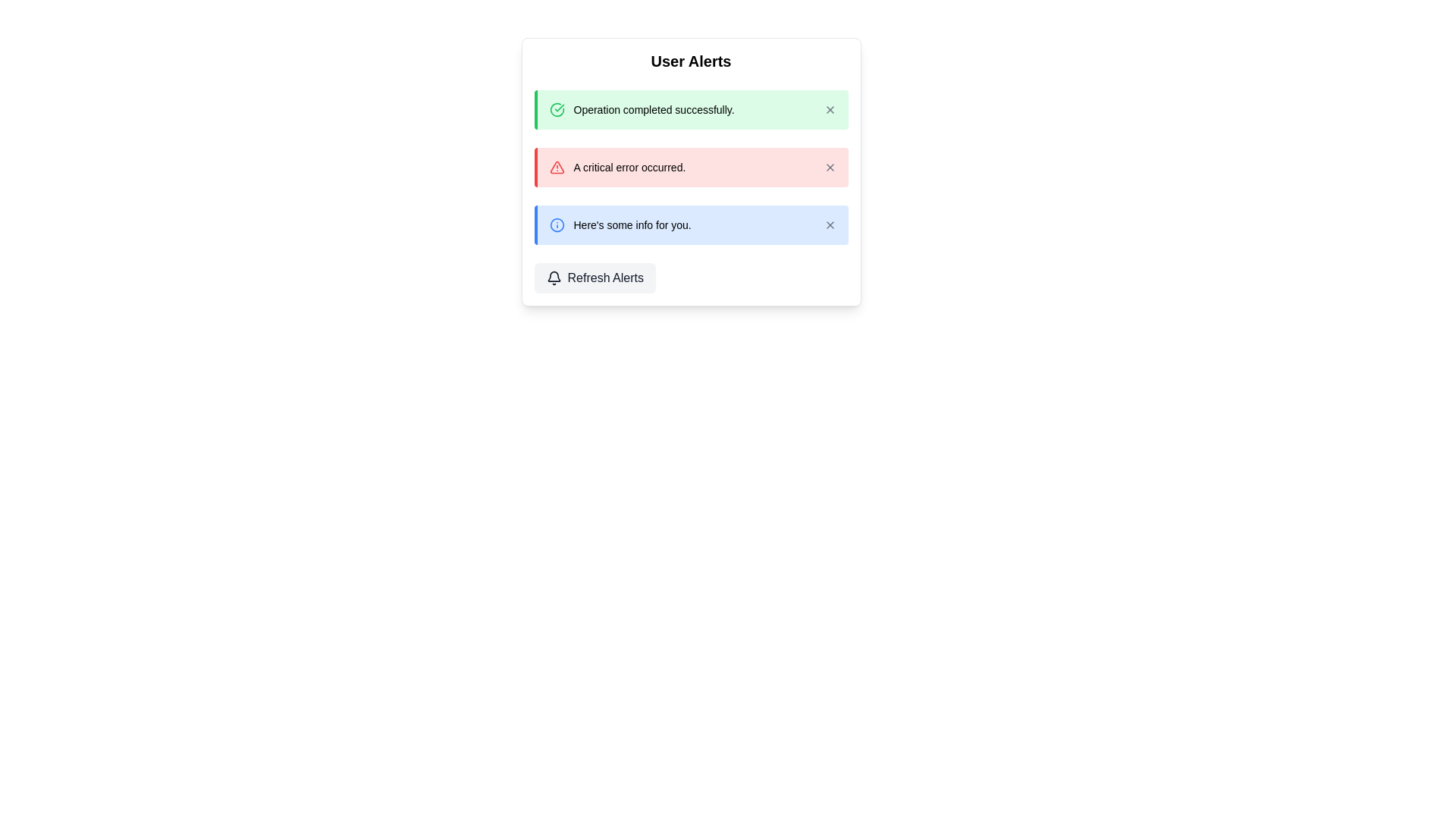 The image size is (1456, 819). Describe the element at coordinates (632, 225) in the screenshot. I see `the informational Text Label located in the third entry of the alert list within the 'User Alerts' section, positioned to the right of a blue info icon and slightly above the dismiss button` at that location.